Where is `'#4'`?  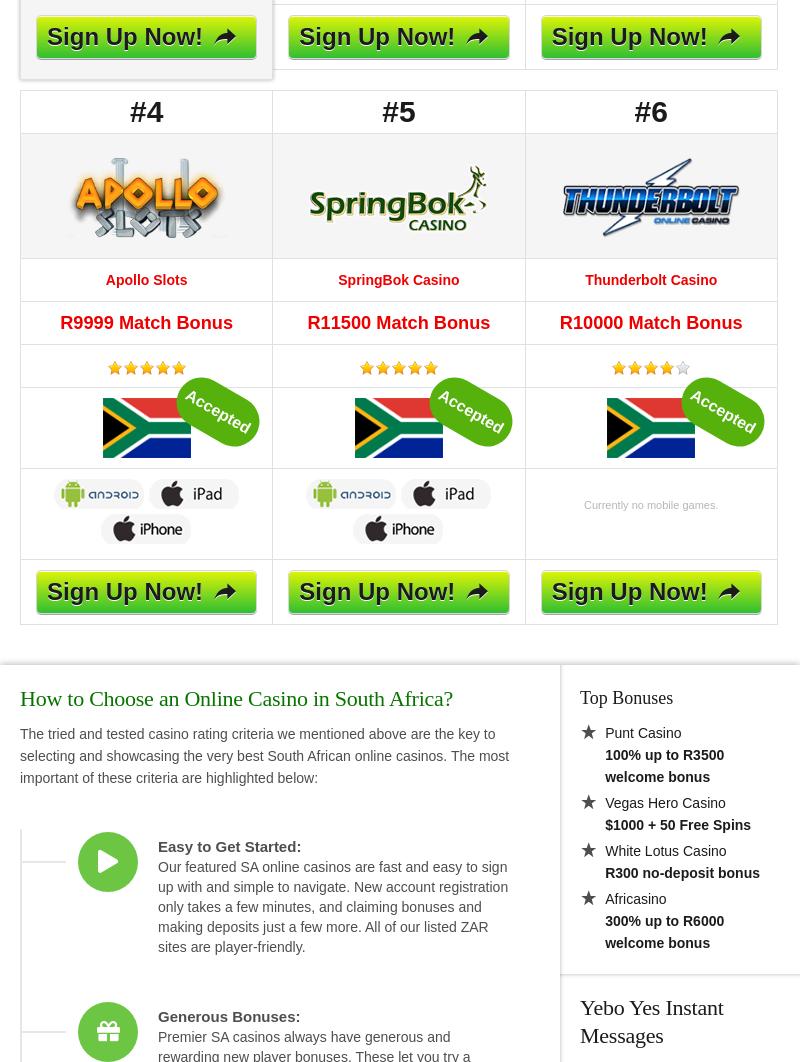 '#4' is located at coordinates (146, 111).